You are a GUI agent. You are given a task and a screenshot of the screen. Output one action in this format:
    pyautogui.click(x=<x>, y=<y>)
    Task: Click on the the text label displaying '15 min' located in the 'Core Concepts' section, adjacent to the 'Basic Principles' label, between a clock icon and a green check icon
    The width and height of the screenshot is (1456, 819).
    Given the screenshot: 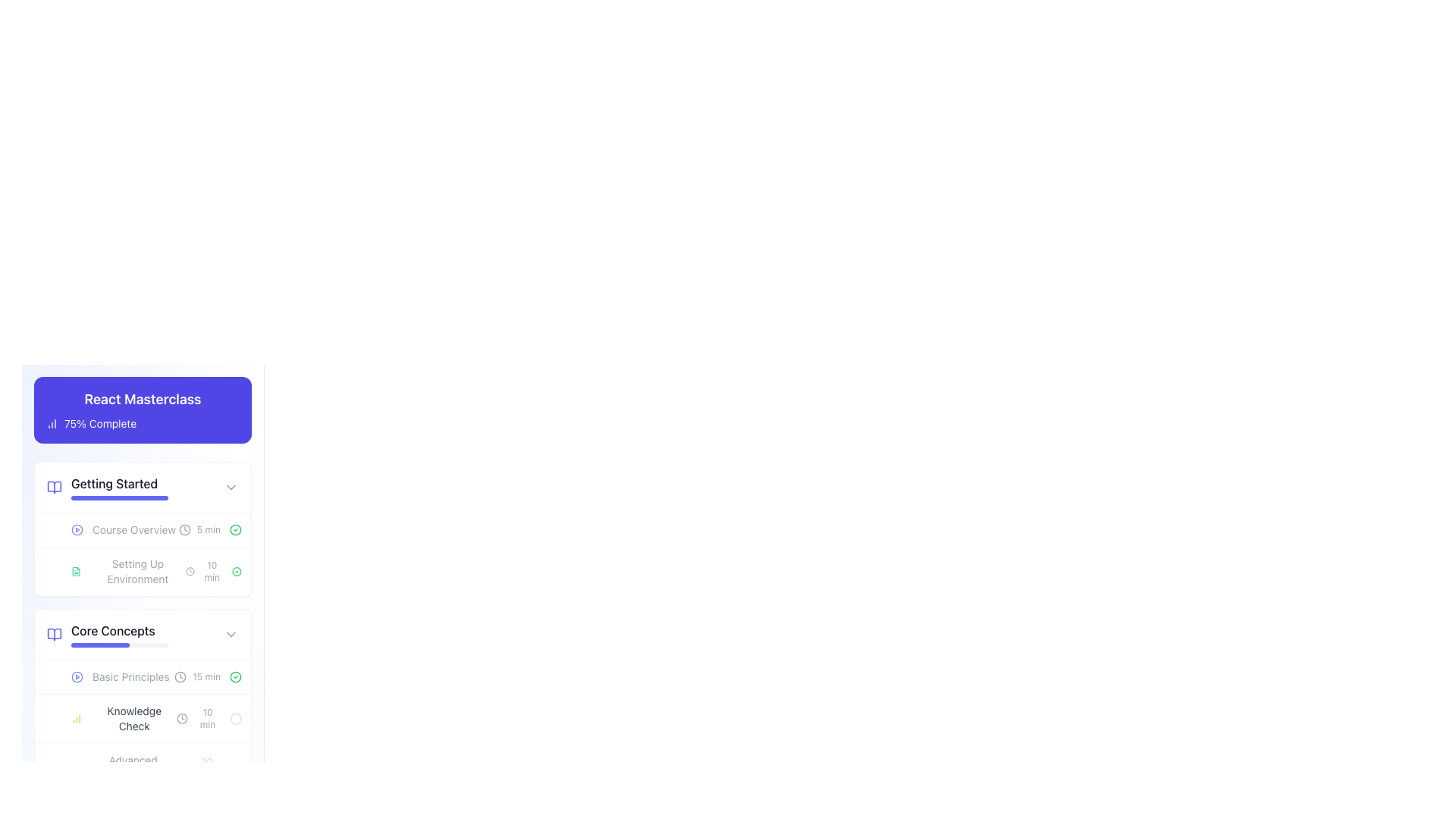 What is the action you would take?
    pyautogui.click(x=207, y=676)
    